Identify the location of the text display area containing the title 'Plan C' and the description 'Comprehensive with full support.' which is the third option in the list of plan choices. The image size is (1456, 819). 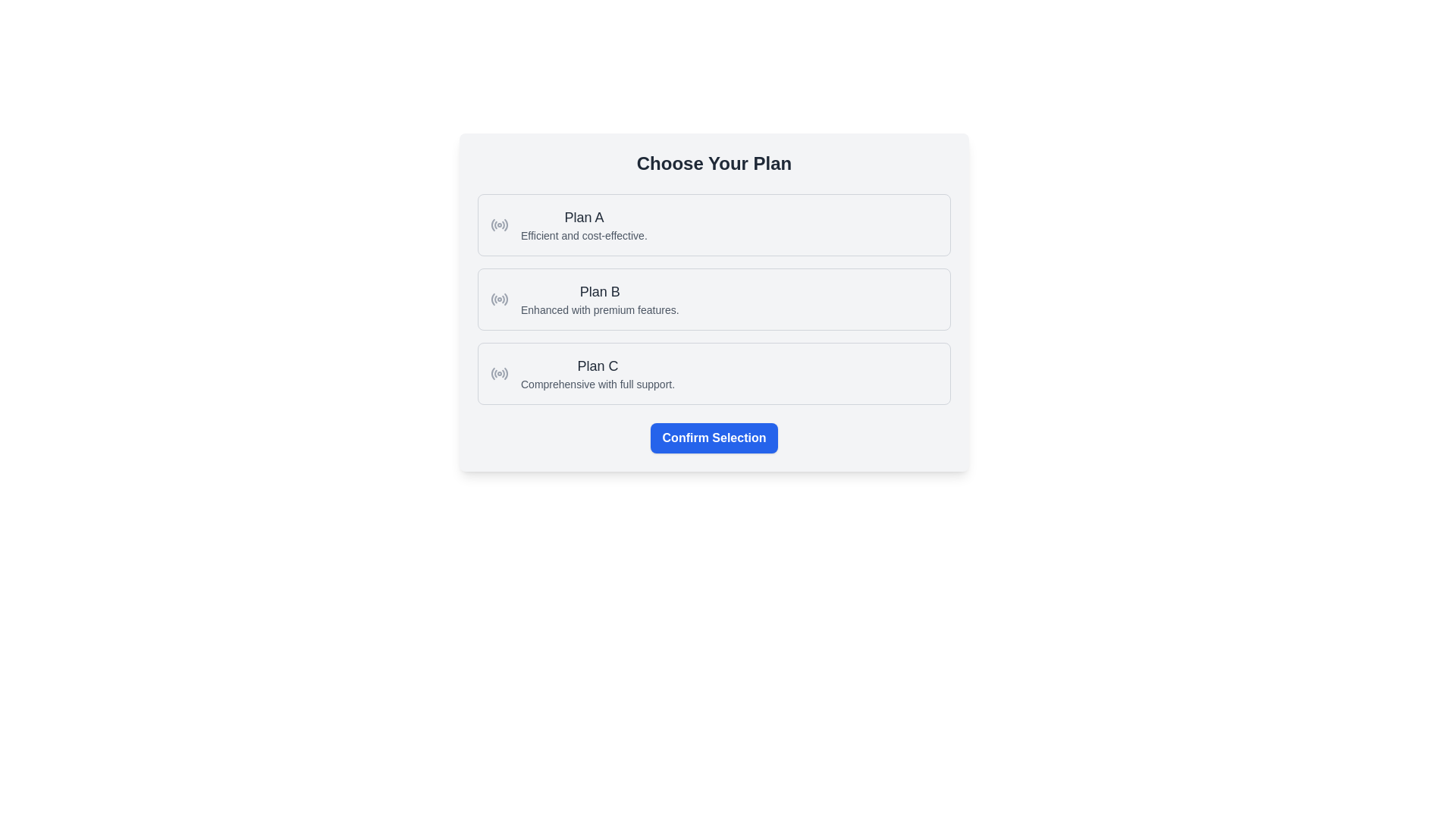
(597, 374).